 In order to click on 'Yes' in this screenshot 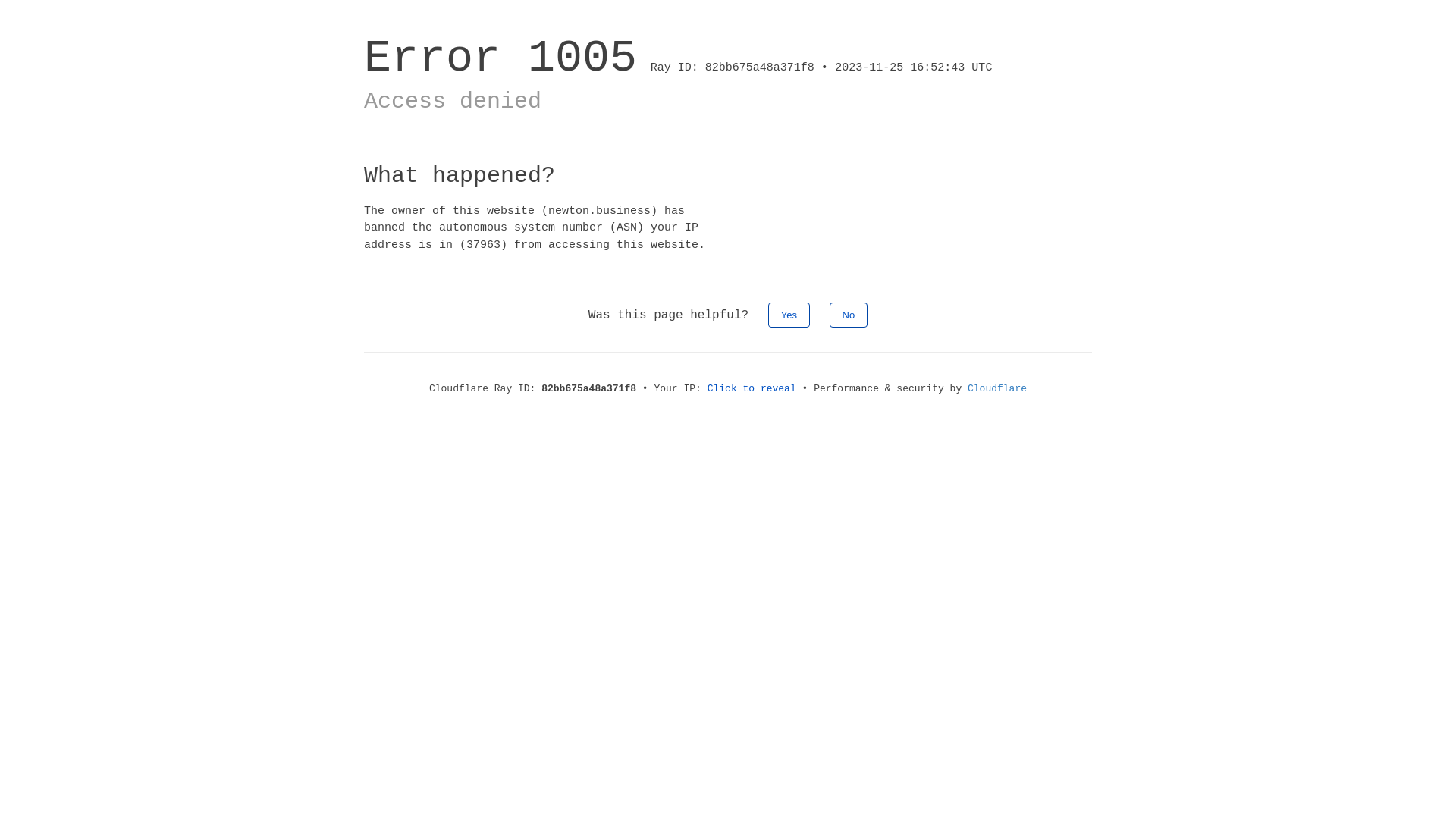, I will do `click(789, 314)`.